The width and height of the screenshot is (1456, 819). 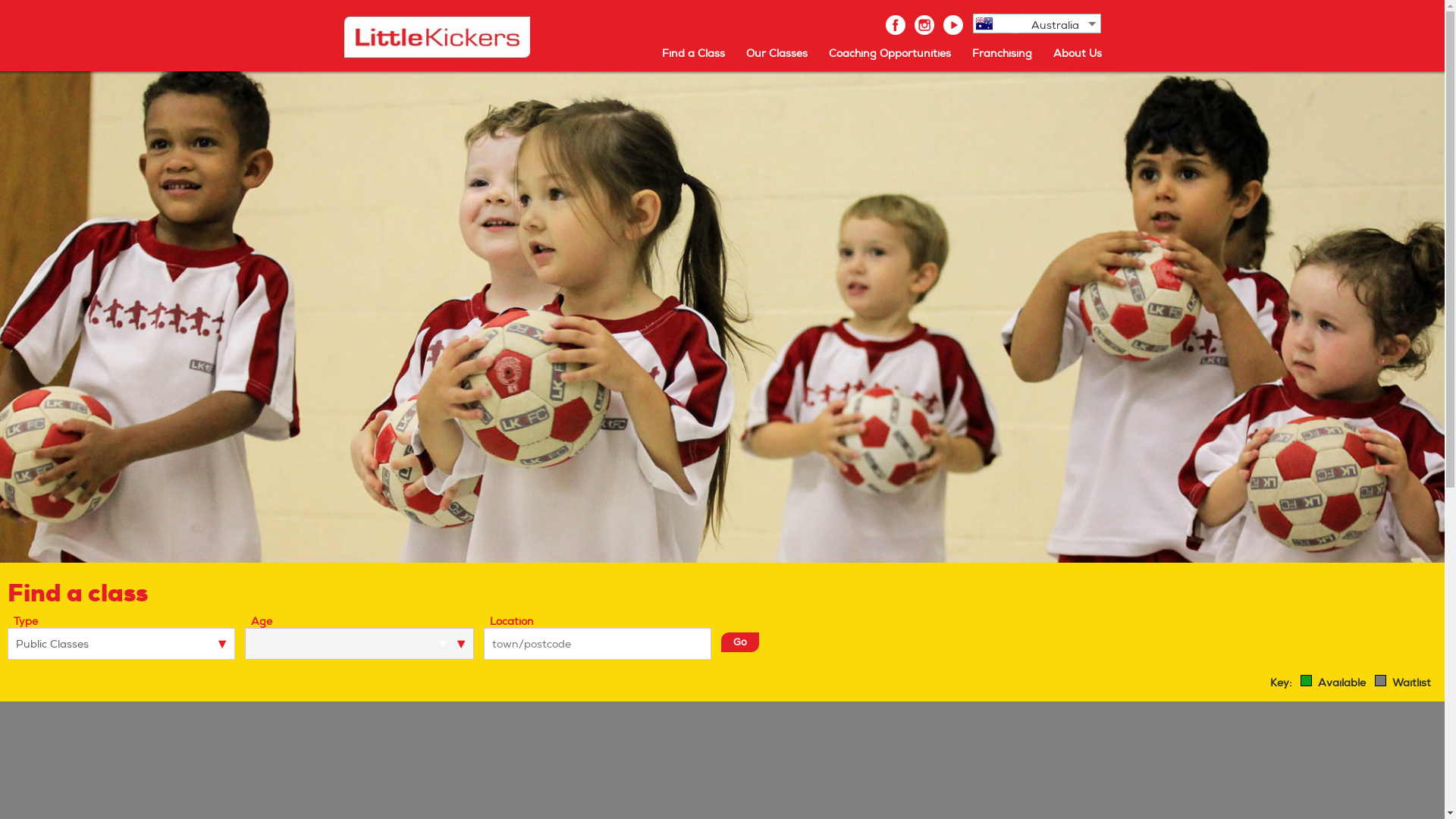 What do you see at coordinates (435, 36) in the screenshot?
I see `'Little Kickers'` at bounding box center [435, 36].